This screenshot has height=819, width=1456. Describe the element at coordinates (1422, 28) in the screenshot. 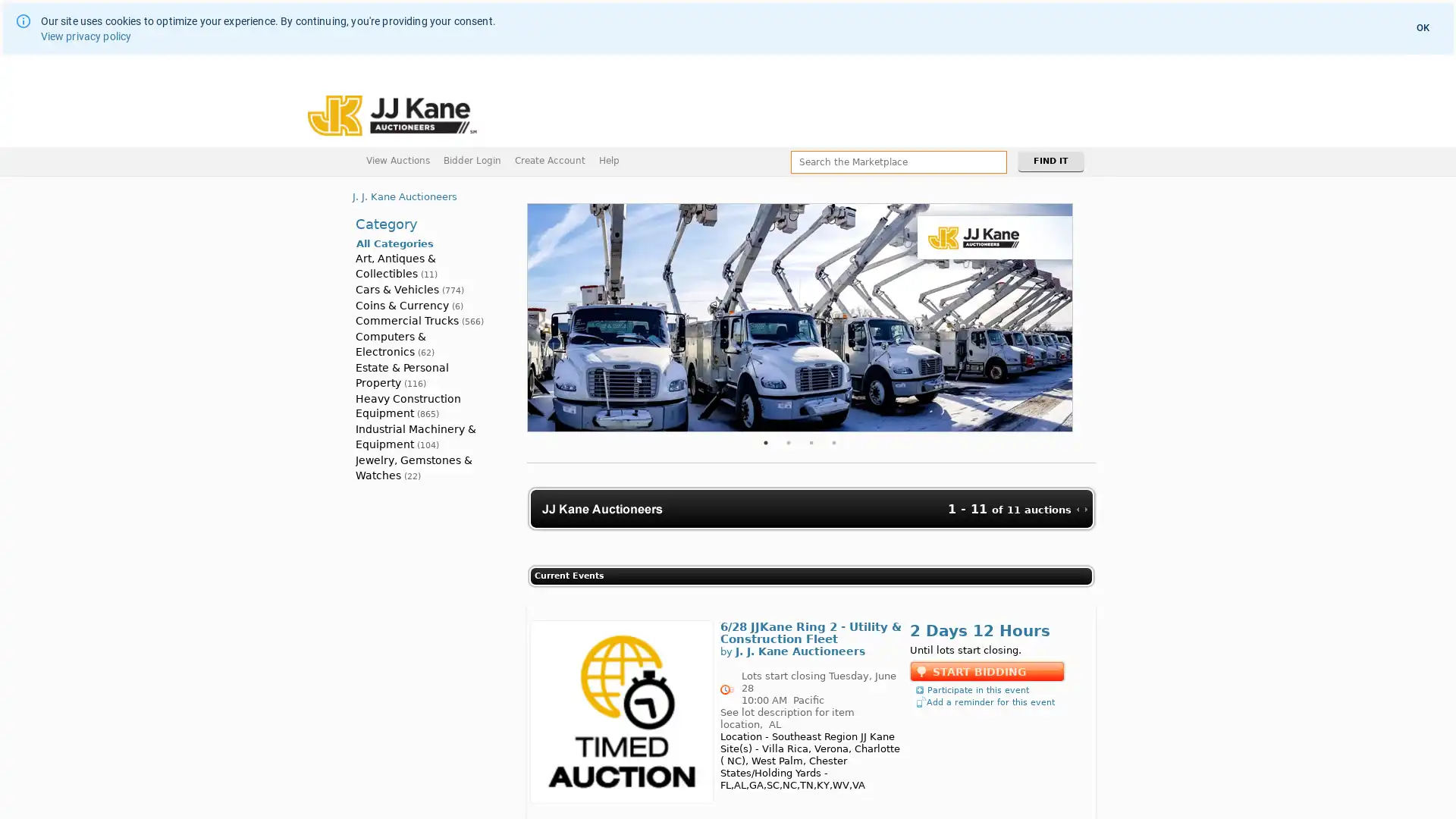

I see `OK` at that location.